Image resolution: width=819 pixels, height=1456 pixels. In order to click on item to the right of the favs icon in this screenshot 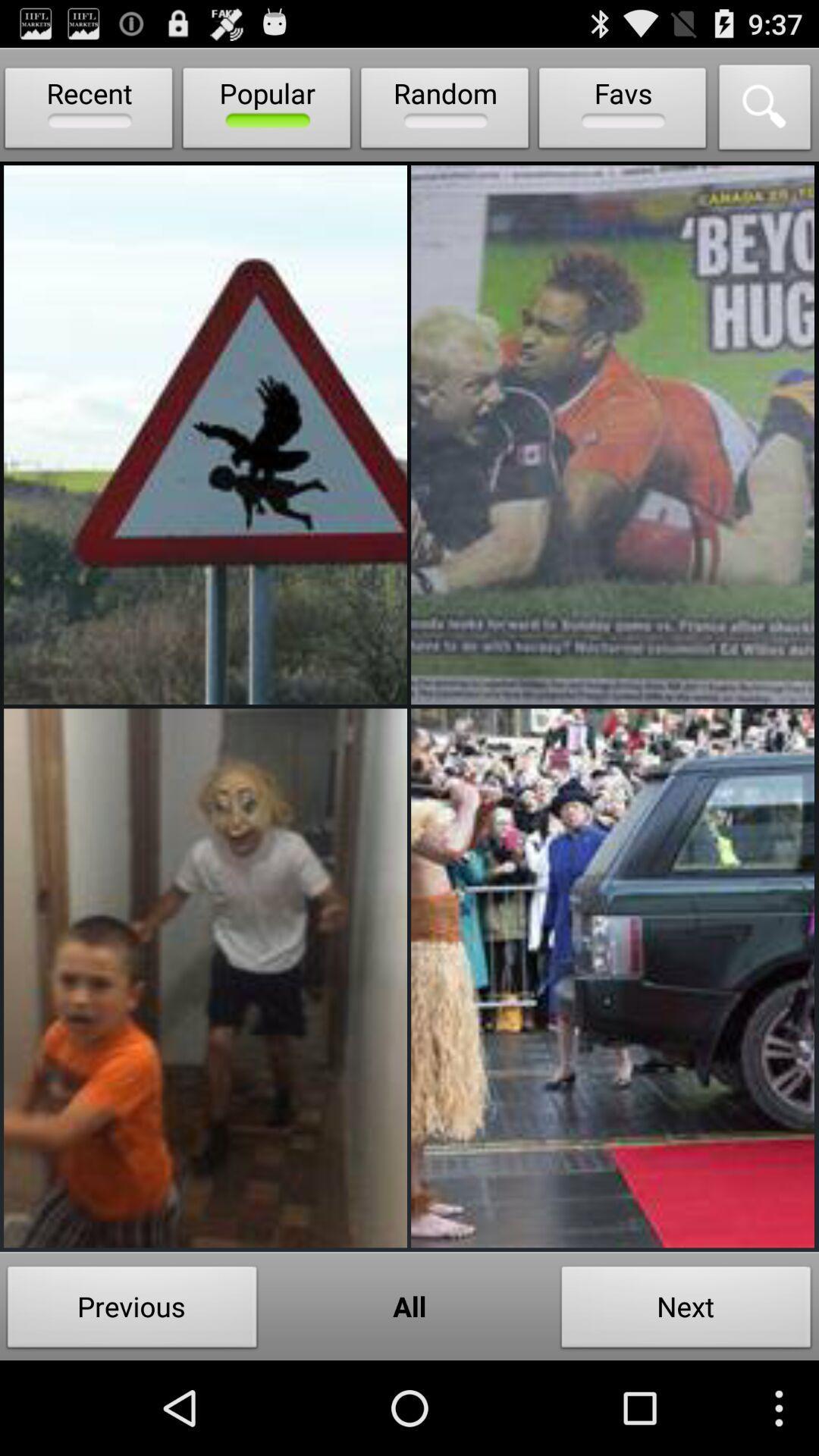, I will do `click(765, 111)`.